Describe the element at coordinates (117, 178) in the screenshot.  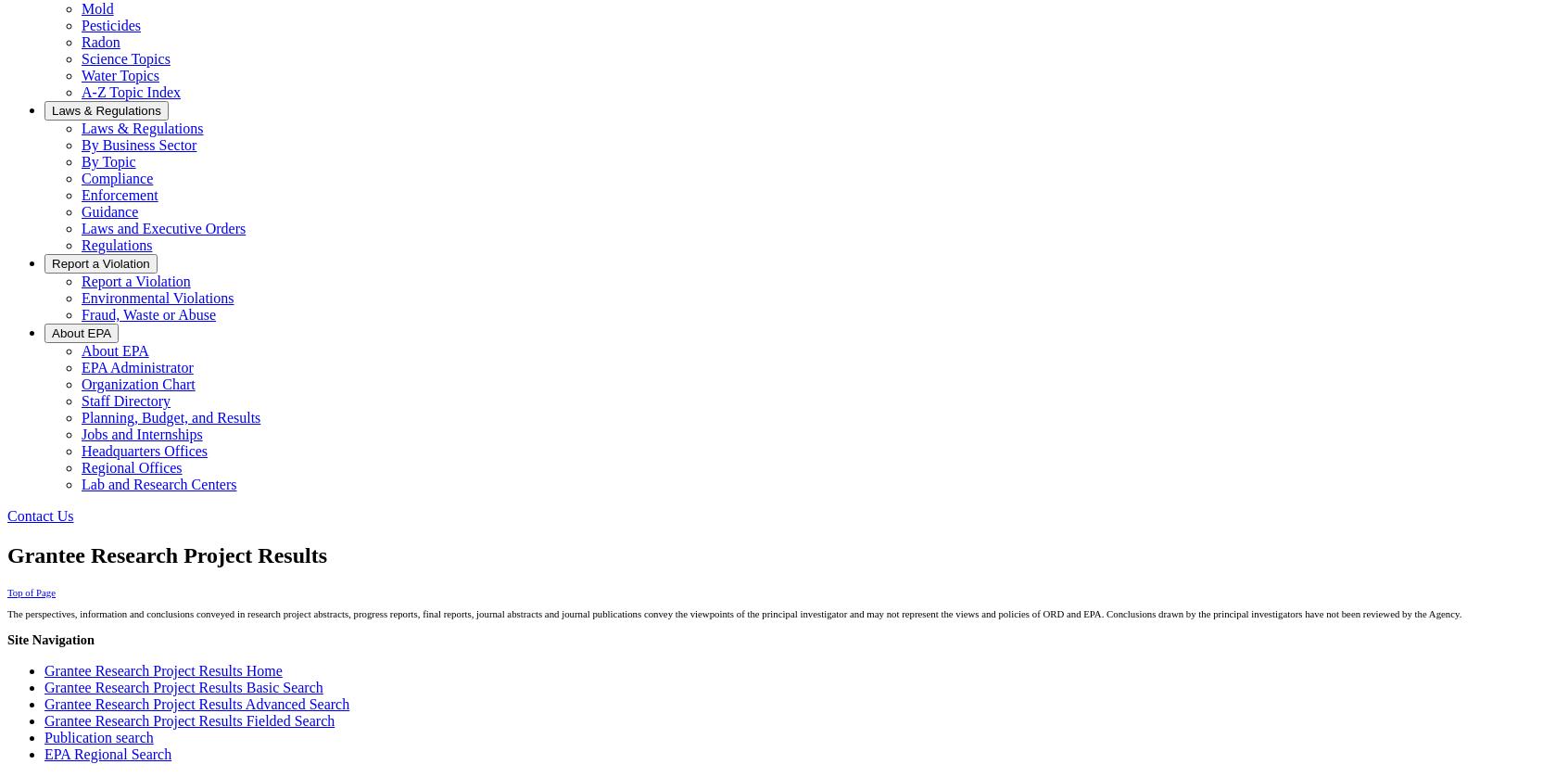
I see `'Compliance'` at that location.